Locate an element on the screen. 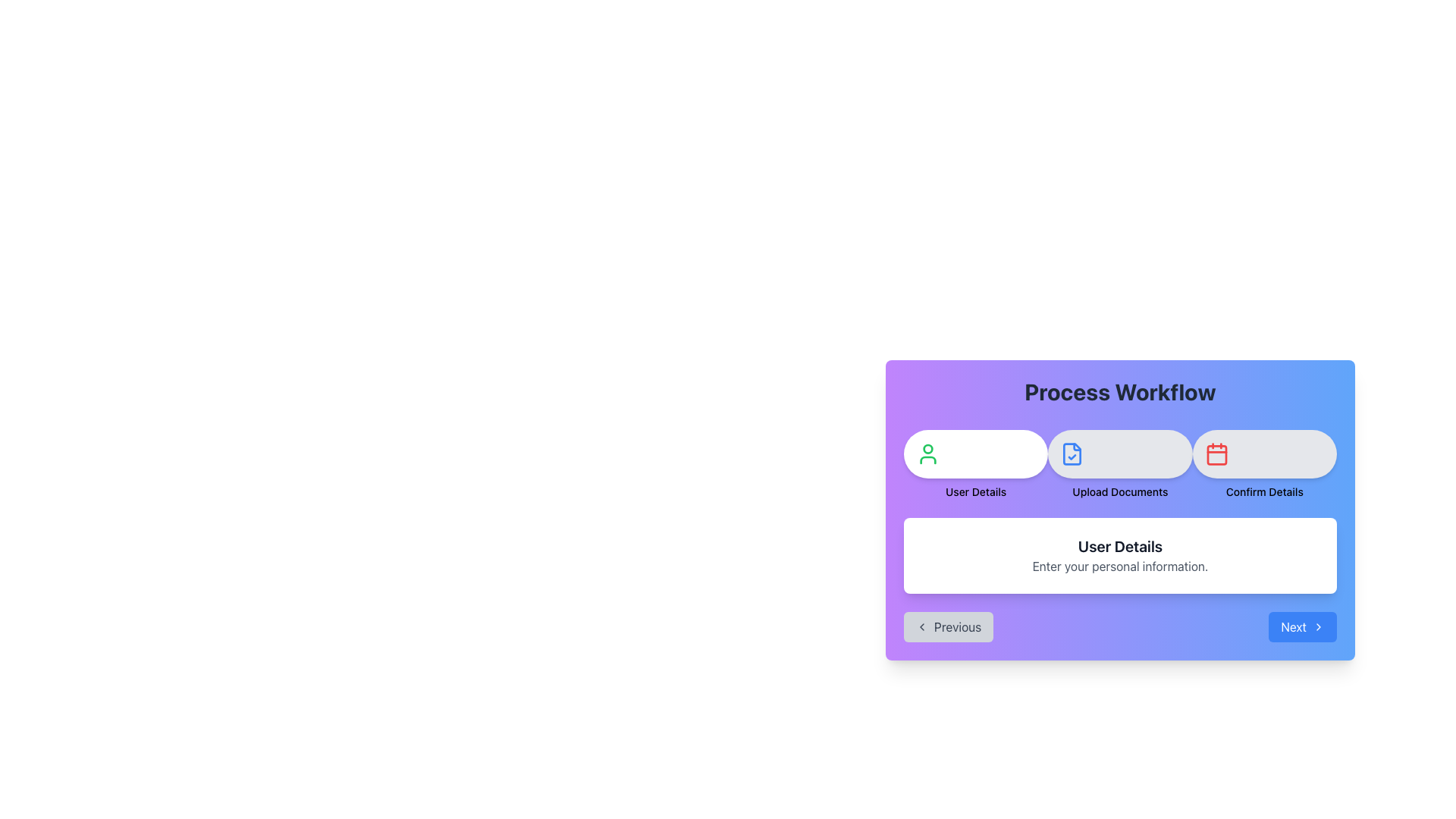  the text label that says 'Enter your personal information.' styled in a smaller gray font located below the heading 'User Details' in a card-like layout is located at coordinates (1120, 566).